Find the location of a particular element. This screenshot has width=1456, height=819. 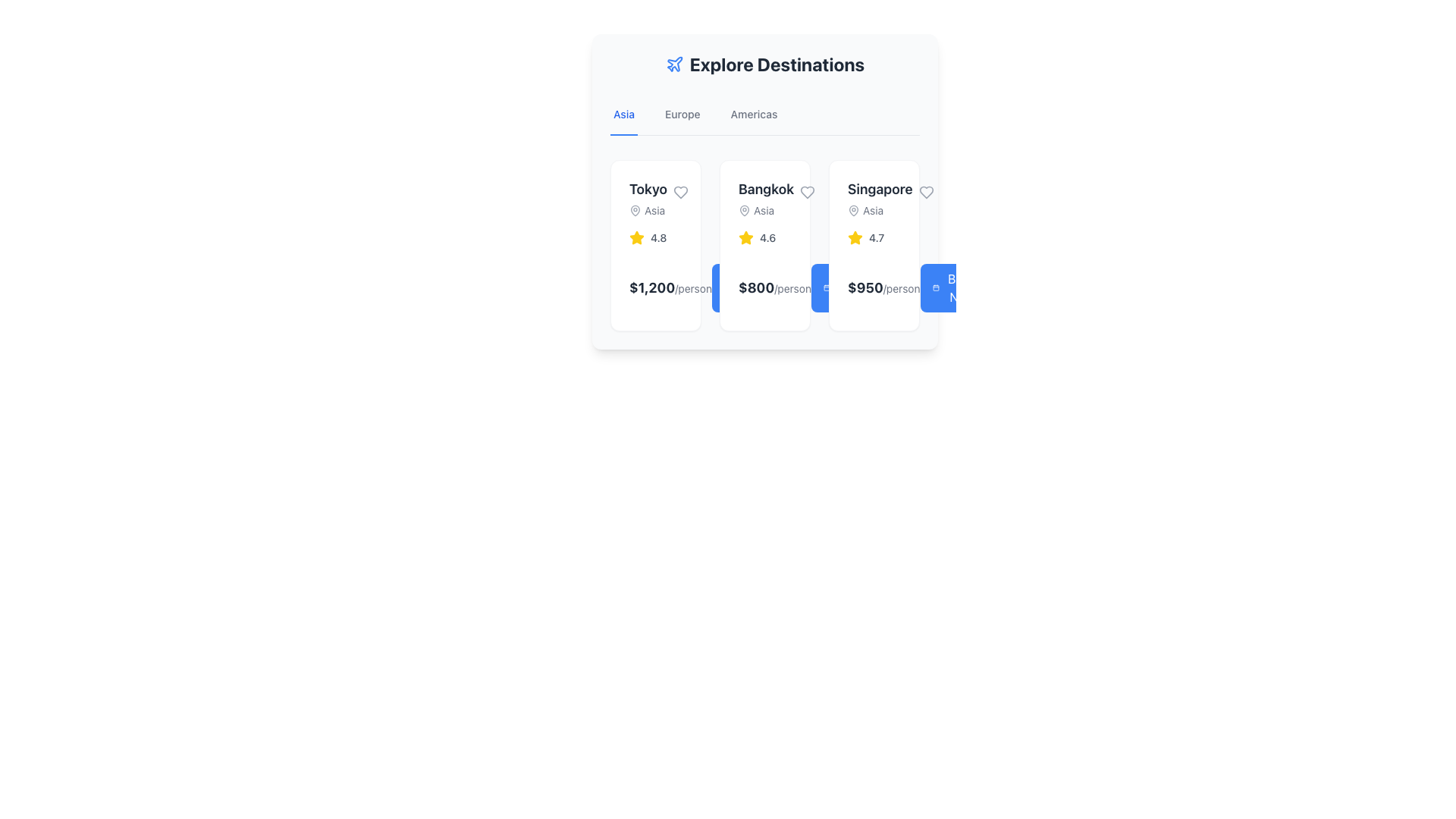

the Rating display element, which consists of a yellow star icon and the text '4.7' in medium-gray font, located in the third card below 'Singapore' and above the price information is located at coordinates (874, 237).